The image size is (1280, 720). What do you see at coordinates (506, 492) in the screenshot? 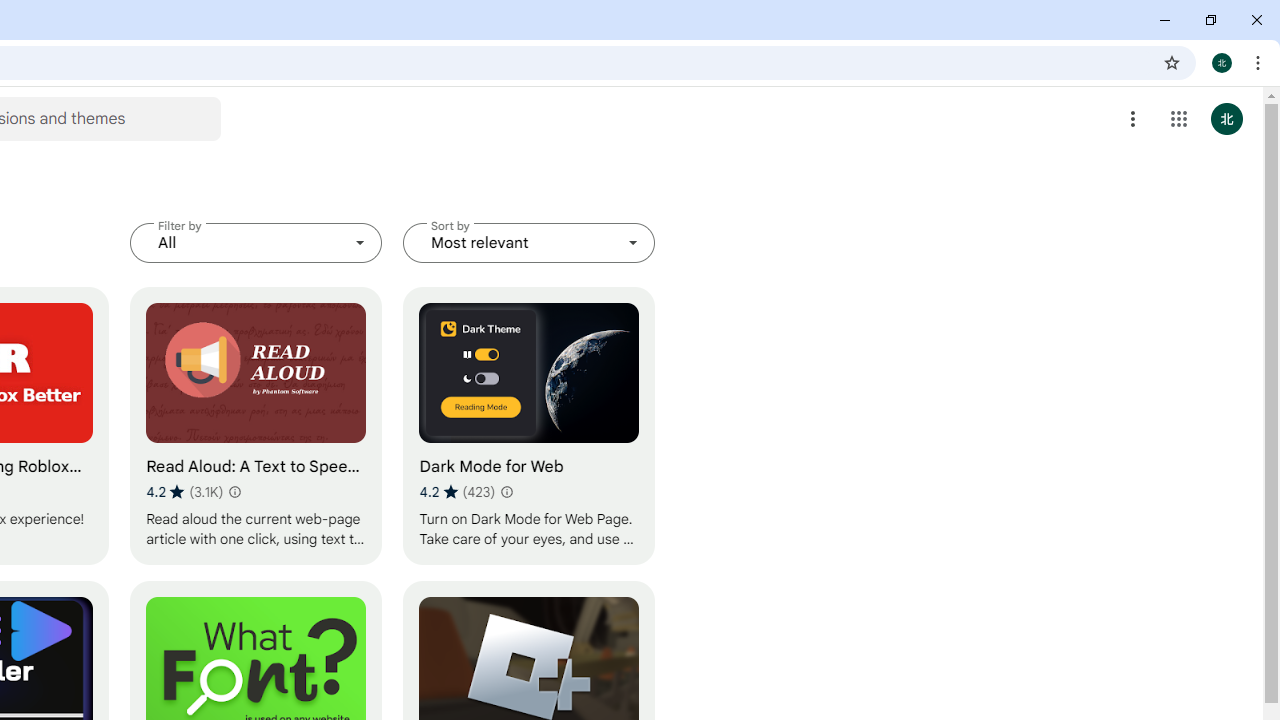
I see `'Learn more about results and reviews "Dark Mode for Web"'` at bounding box center [506, 492].